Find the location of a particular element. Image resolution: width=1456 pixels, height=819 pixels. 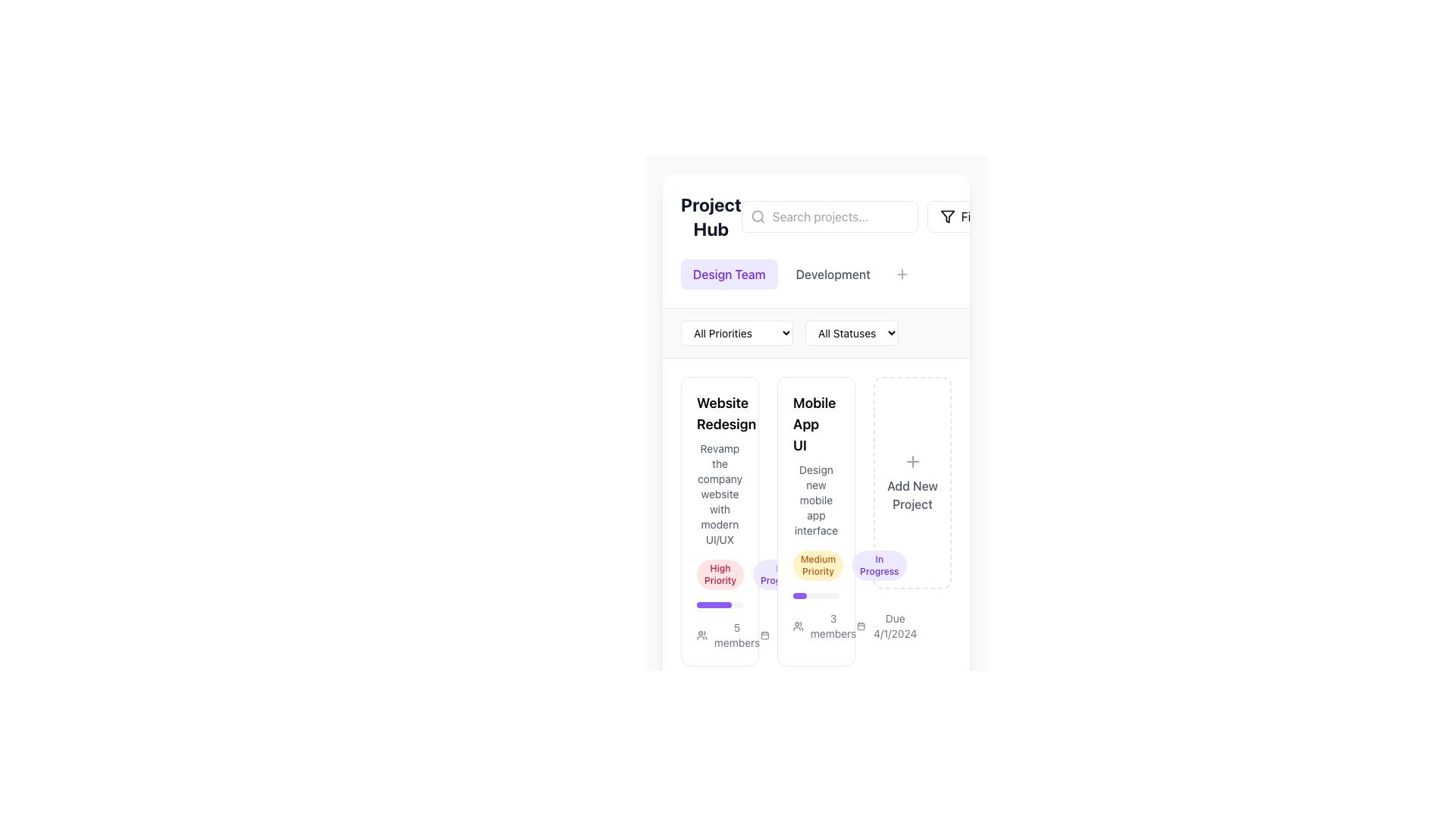

an option from the grouped component consisting of two dropdown menus, with the left dropdown displaying 'All Priorities' and the right dropdown displaying 'All Statuses' is located at coordinates (815, 332).